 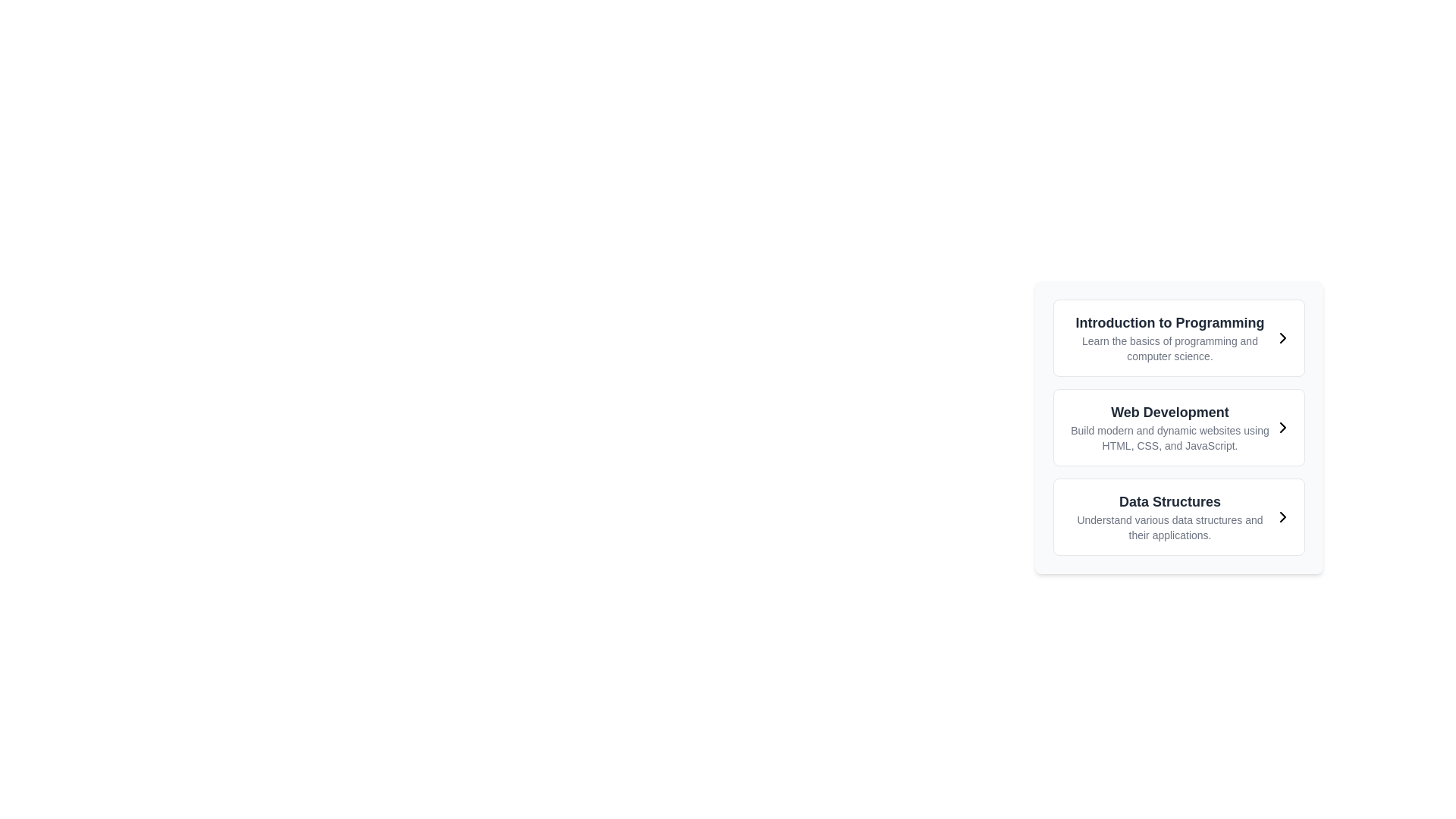 What do you see at coordinates (1169, 348) in the screenshot?
I see `the static text block element that reads 'Learn the basics of programming and computer science', which is located under the bold header 'Introduction to Programming'` at bounding box center [1169, 348].